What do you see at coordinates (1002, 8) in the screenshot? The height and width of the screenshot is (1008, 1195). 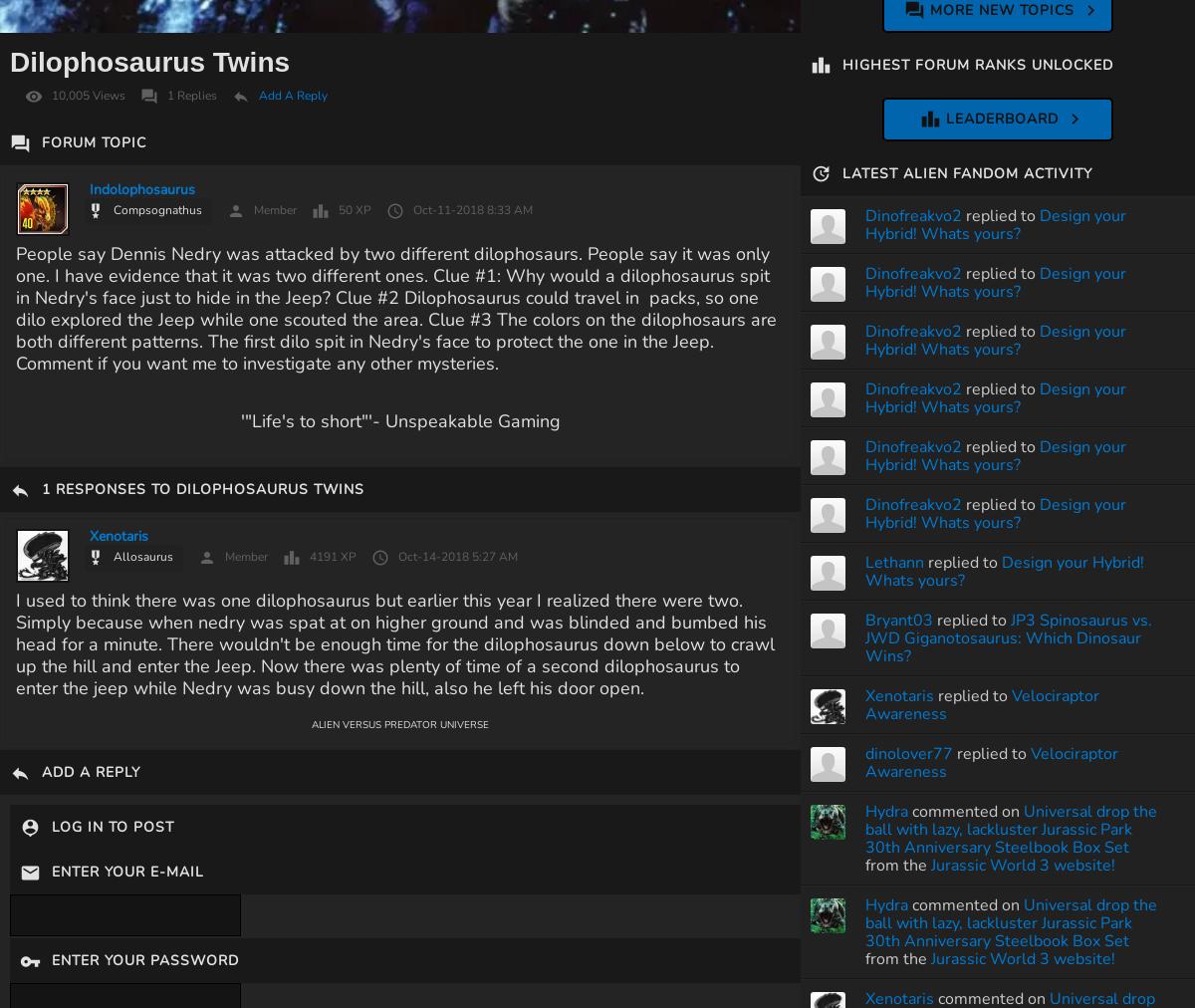 I see `'More New Topics'` at bounding box center [1002, 8].